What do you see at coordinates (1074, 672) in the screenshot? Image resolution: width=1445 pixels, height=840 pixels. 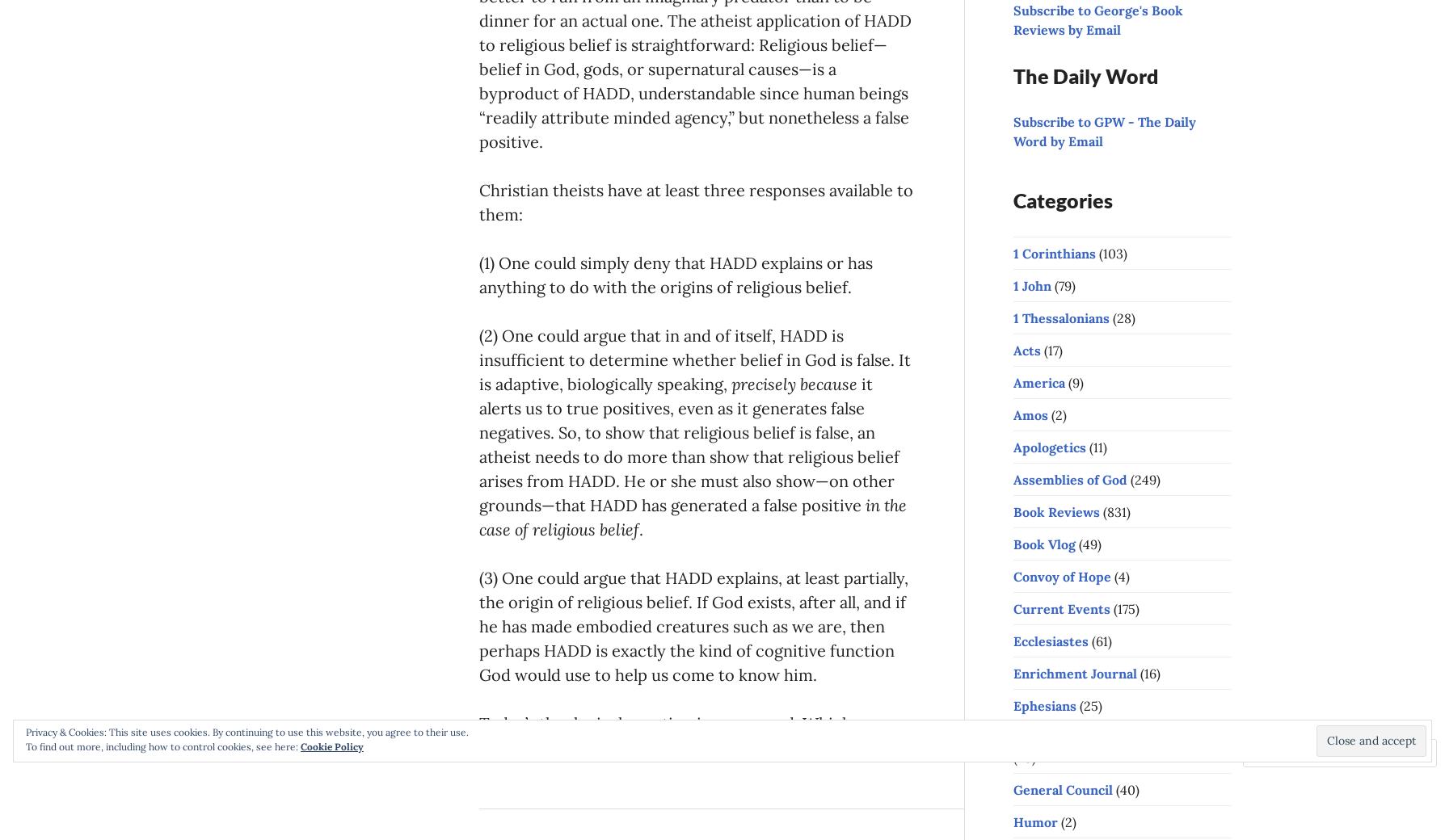 I see `'Enrichment Journal'` at bounding box center [1074, 672].